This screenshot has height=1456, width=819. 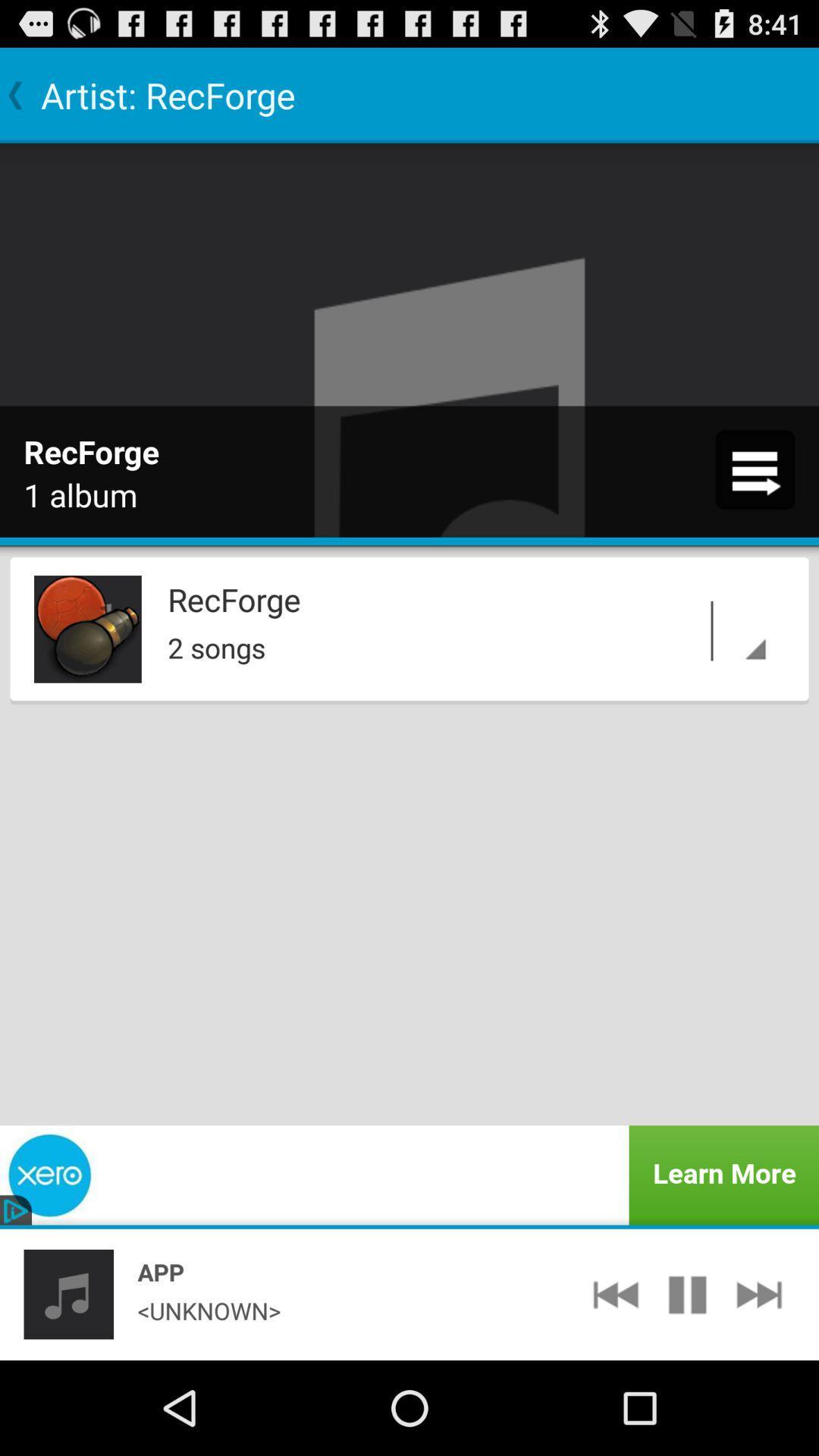 I want to click on the 2 songs, so click(x=470, y=644).